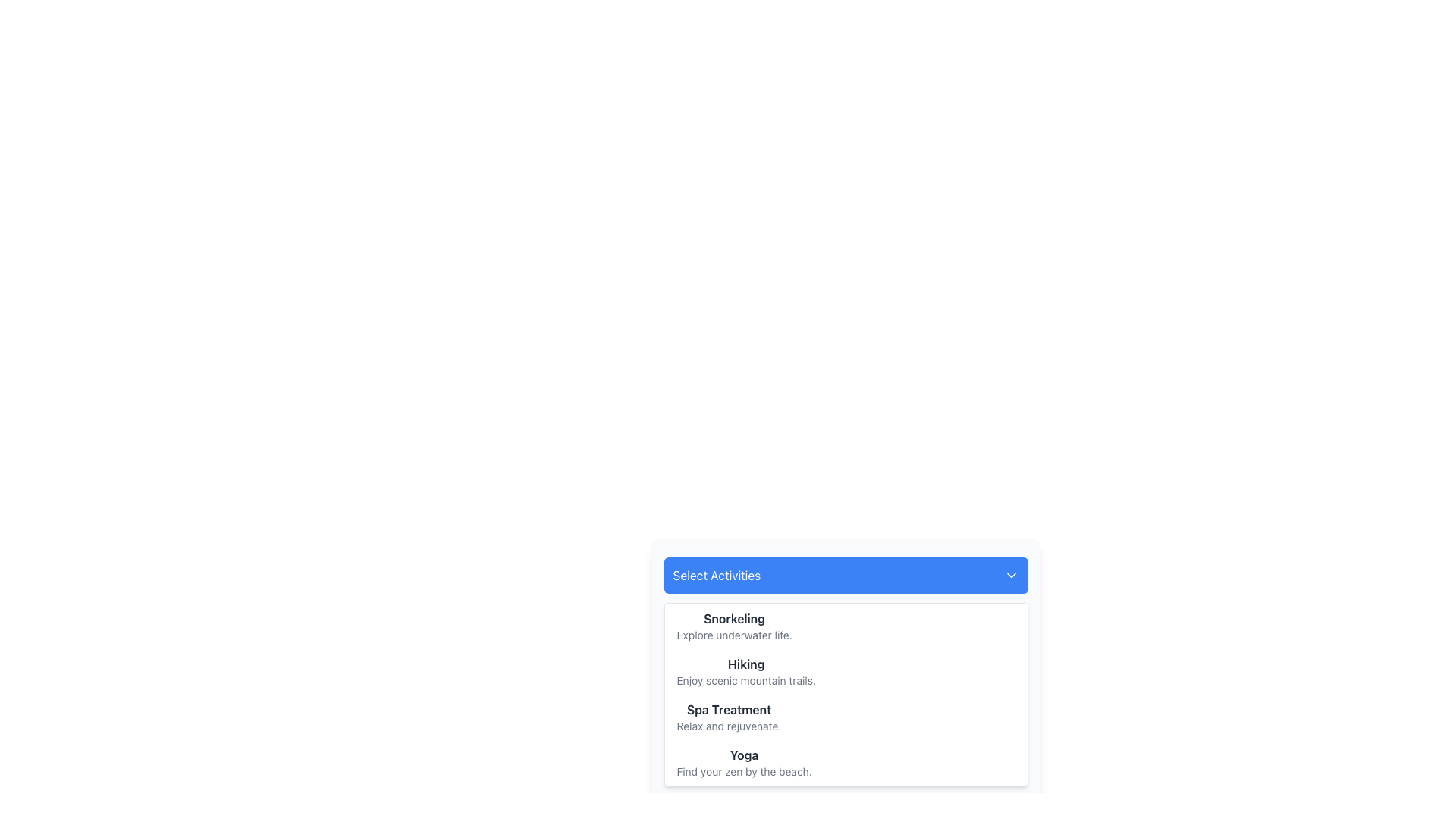 This screenshot has width=1456, height=819. What do you see at coordinates (744, 772) in the screenshot?
I see `text snippet containing the phrase 'Find your zen by the beach.' which is styled with a small font size and light gray color, located below 'Yoga' in the dropdown of selectable activities` at bounding box center [744, 772].